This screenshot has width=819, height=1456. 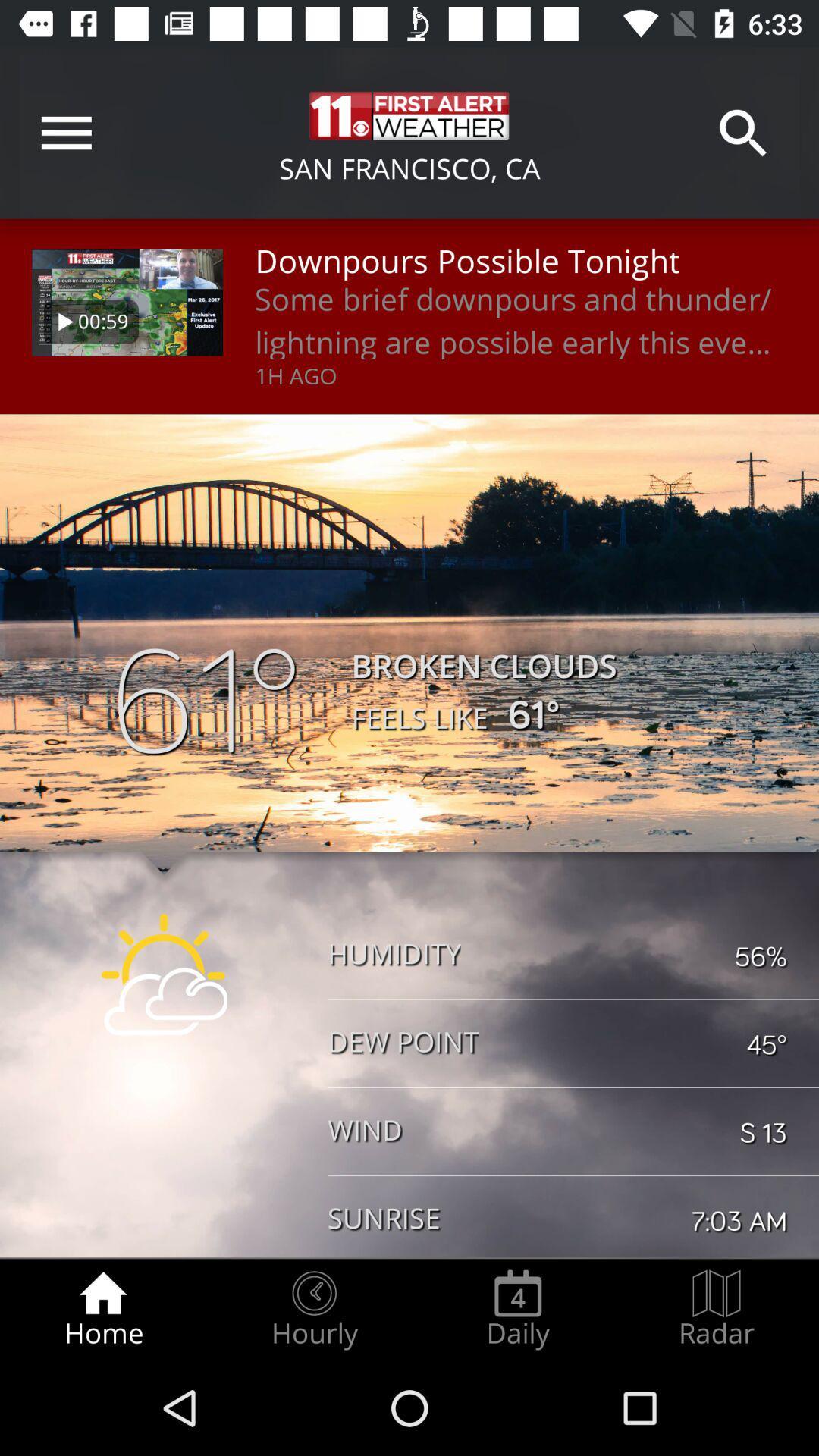 What do you see at coordinates (313, 1309) in the screenshot?
I see `radio button to the right of the home item` at bounding box center [313, 1309].